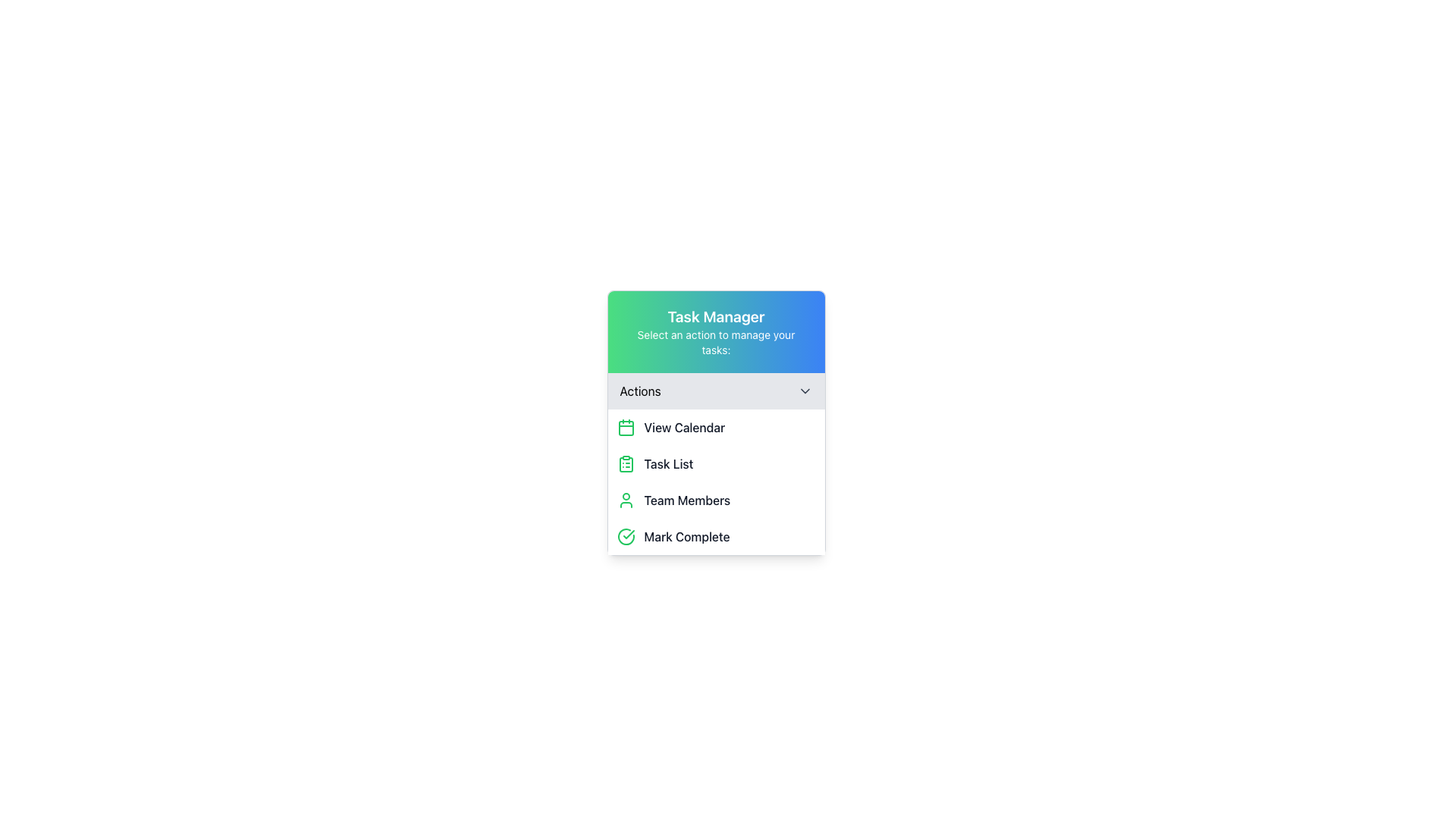 The image size is (1456, 819). Describe the element at coordinates (686, 500) in the screenshot. I see `the third item in the 'Task Manager' dropdown labeled as 'Team Members'` at that location.